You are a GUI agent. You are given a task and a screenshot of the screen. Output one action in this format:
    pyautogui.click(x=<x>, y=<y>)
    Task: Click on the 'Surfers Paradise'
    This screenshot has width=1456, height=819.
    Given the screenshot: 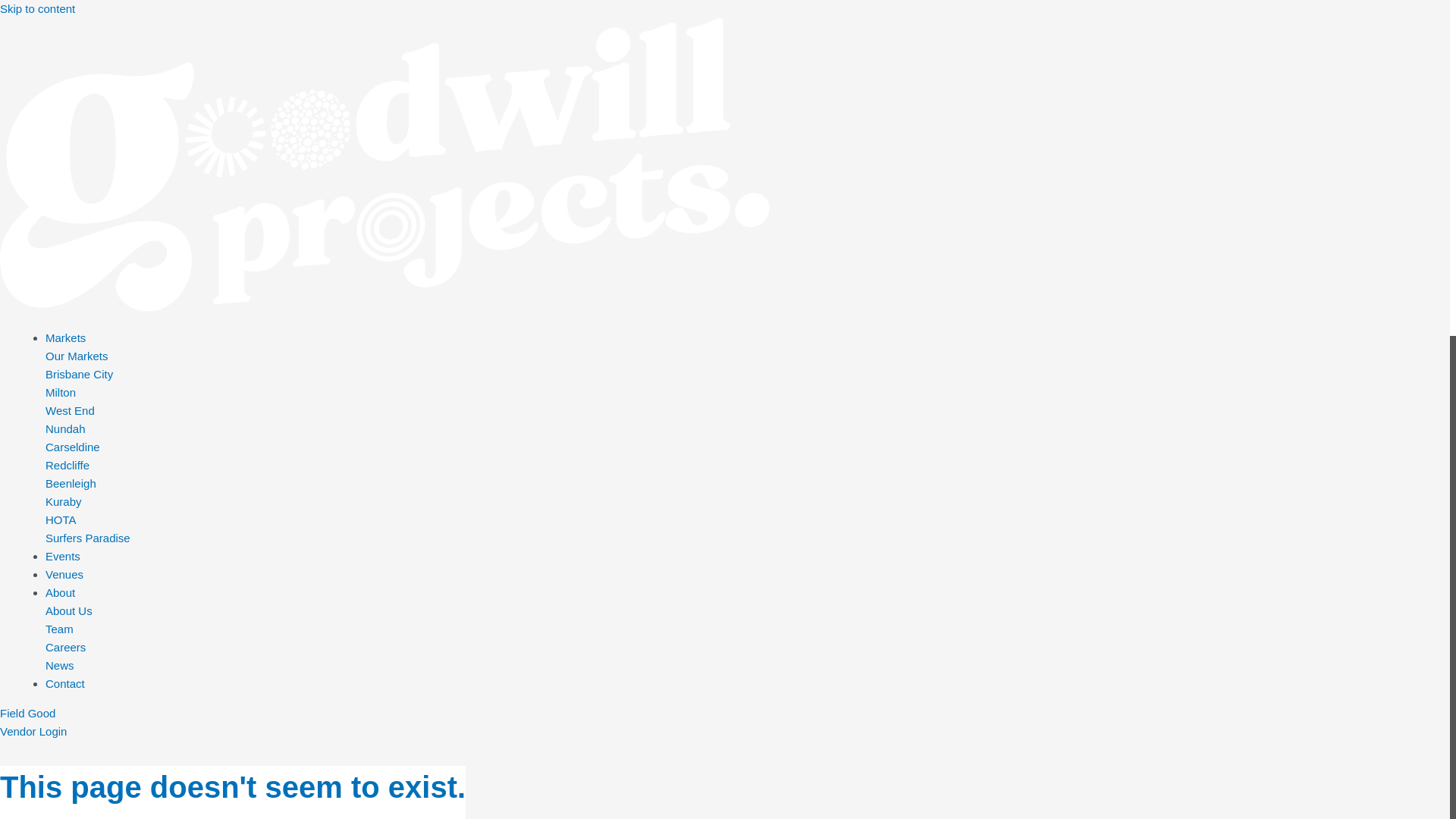 What is the action you would take?
    pyautogui.click(x=86, y=537)
    